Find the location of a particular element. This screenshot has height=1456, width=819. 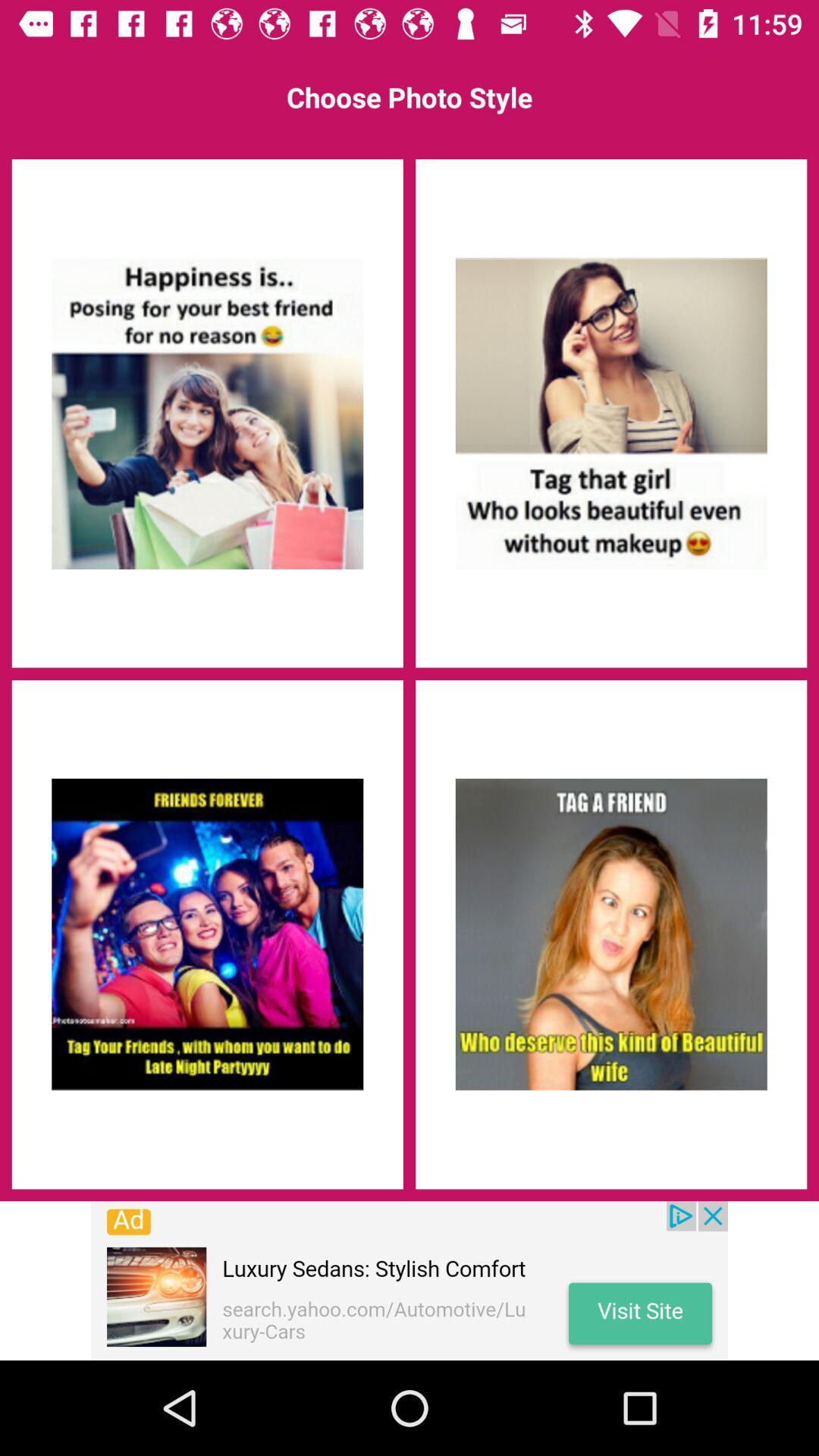

see advertisement is located at coordinates (409, 1280).